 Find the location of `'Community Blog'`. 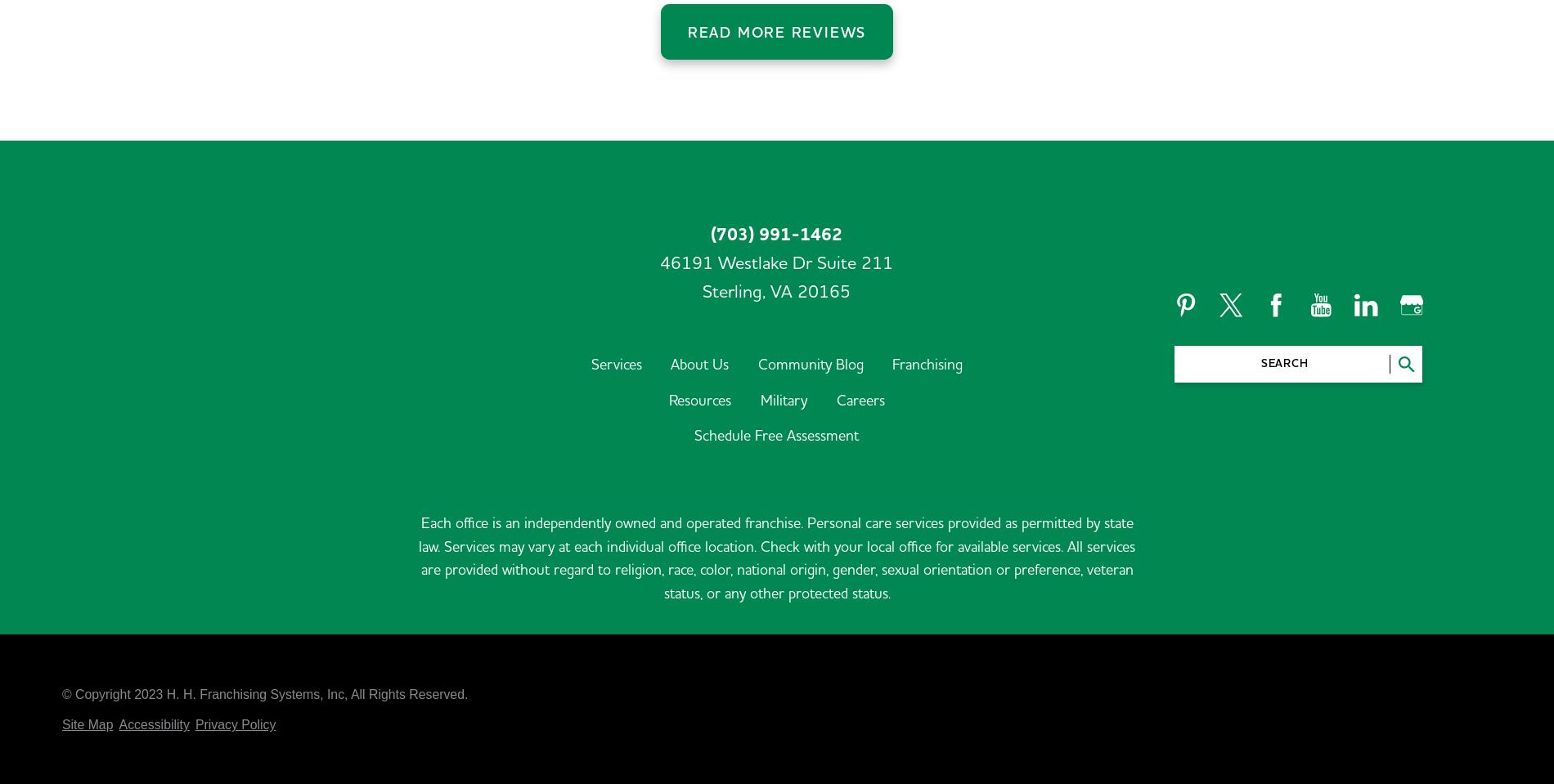

'Community Blog' is located at coordinates (757, 257).